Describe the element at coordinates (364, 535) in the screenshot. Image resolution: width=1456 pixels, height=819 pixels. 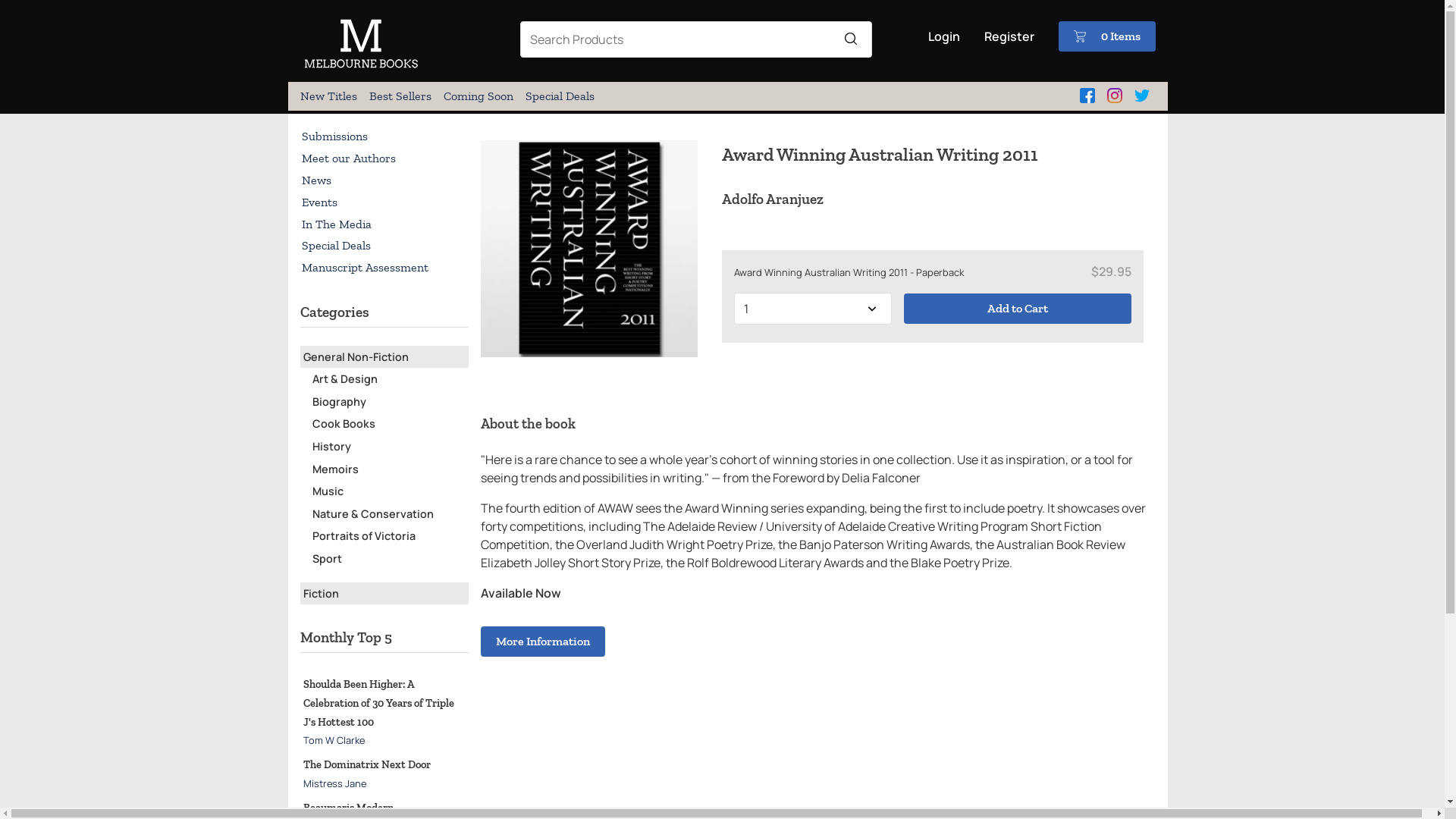
I see `'Portraits of Victoria'` at that location.